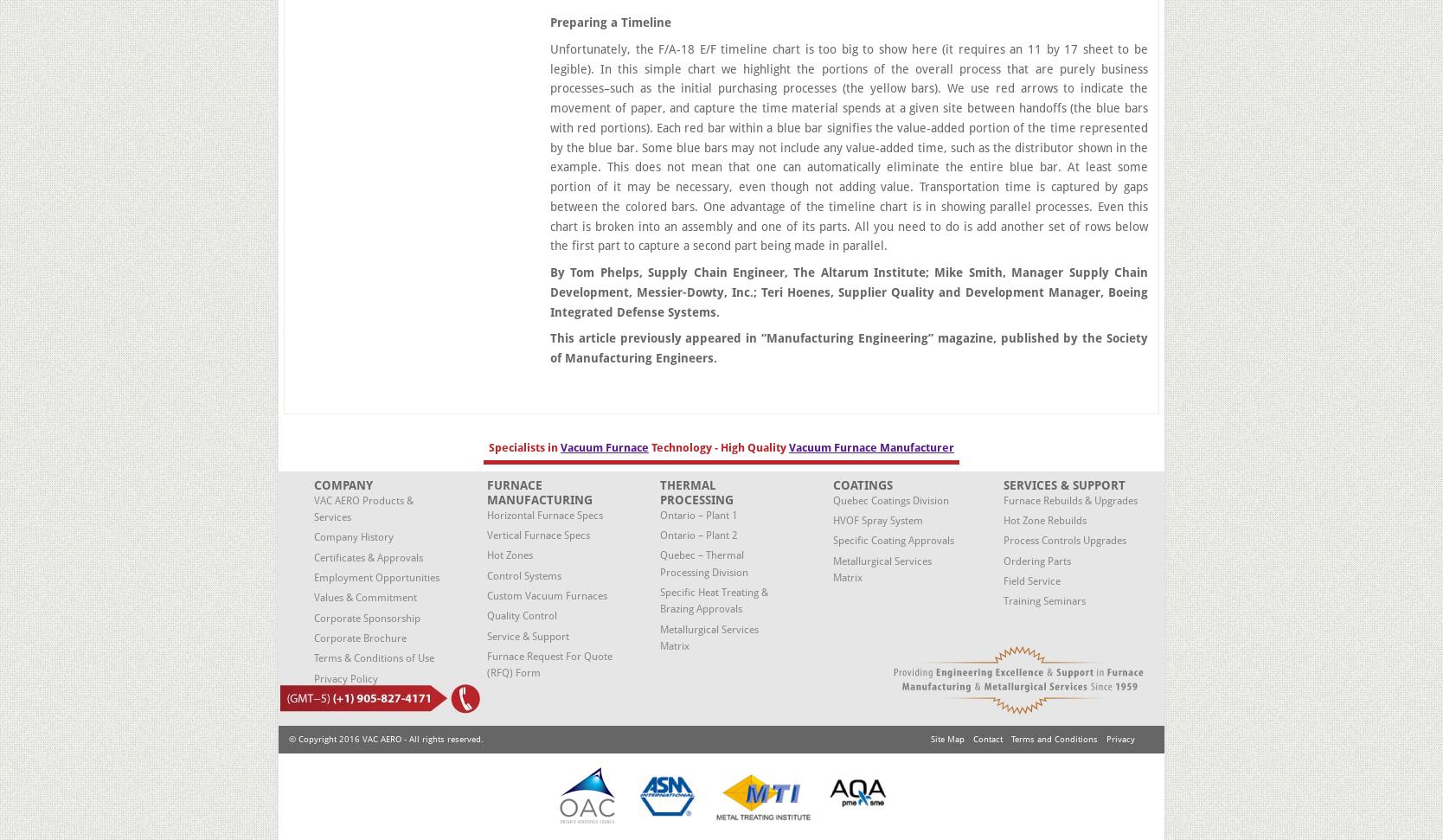 The height and width of the screenshot is (840, 1443). I want to click on 'Technology - High Quality', so click(717, 446).